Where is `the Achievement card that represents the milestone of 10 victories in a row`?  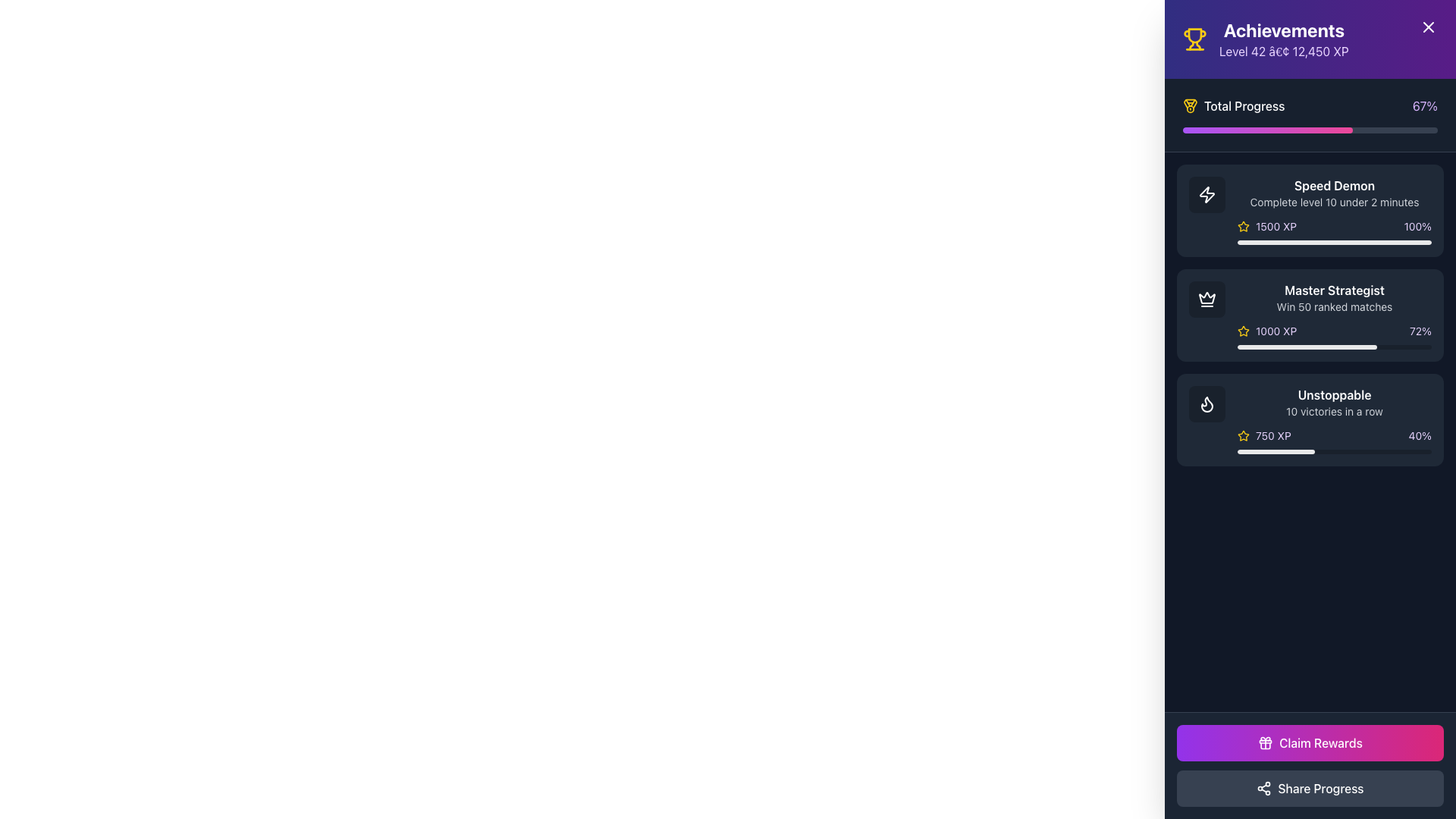
the Achievement card that represents the milestone of 10 victories in a row is located at coordinates (1310, 420).